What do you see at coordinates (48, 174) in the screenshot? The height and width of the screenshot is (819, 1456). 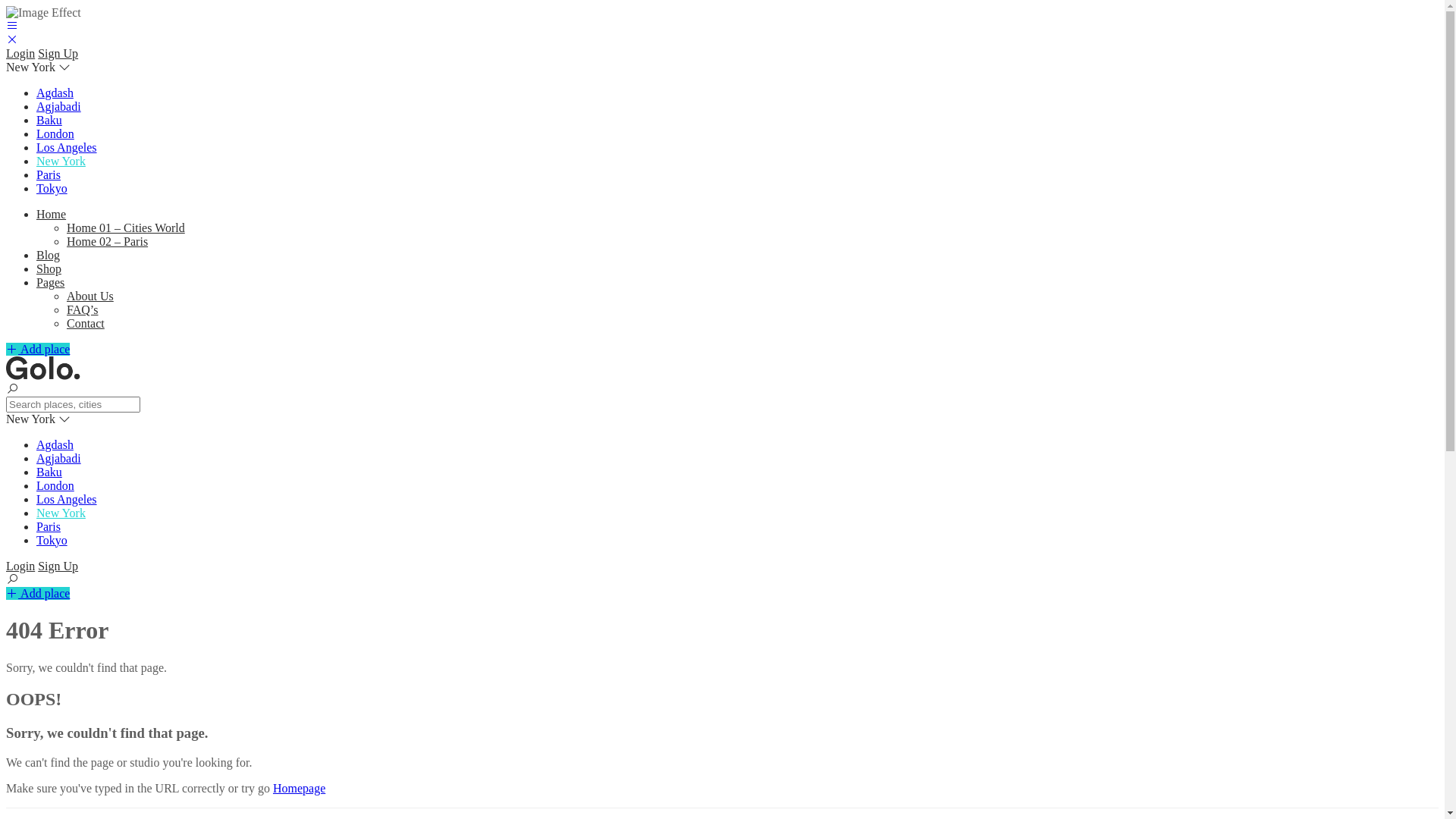 I see `'Paris'` at bounding box center [48, 174].